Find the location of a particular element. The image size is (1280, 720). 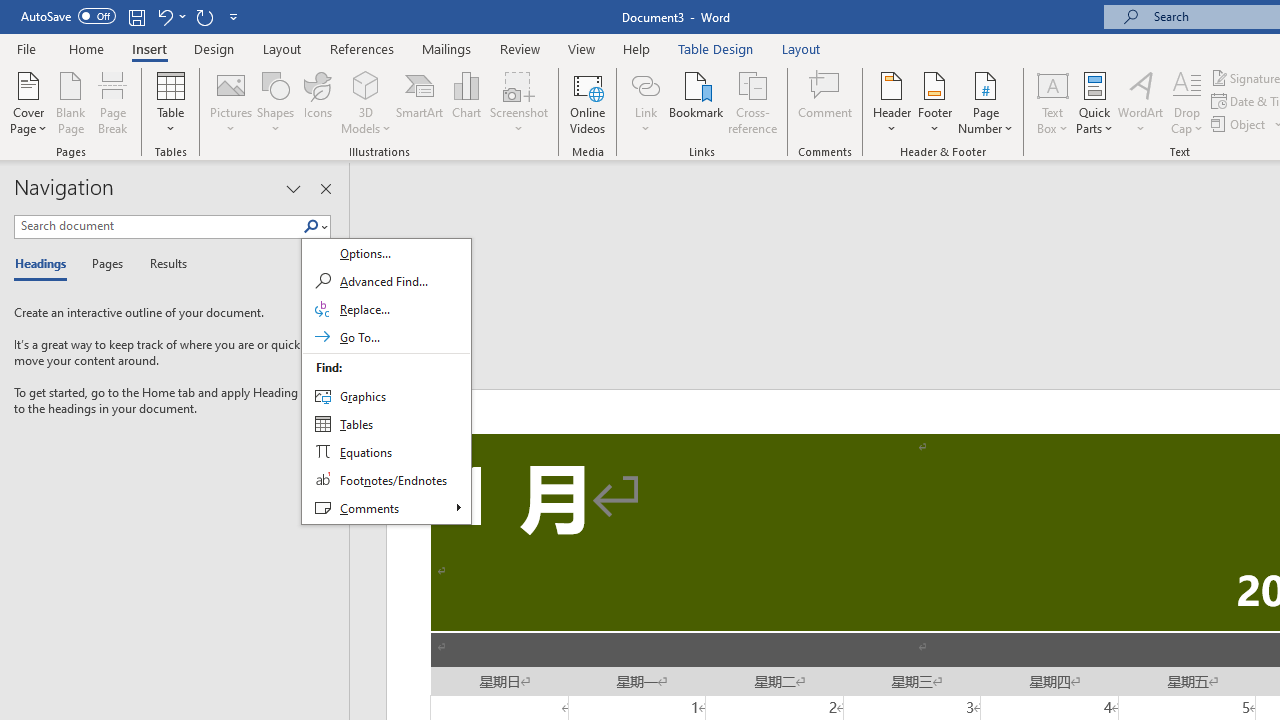

'Chart...' is located at coordinates (465, 103).